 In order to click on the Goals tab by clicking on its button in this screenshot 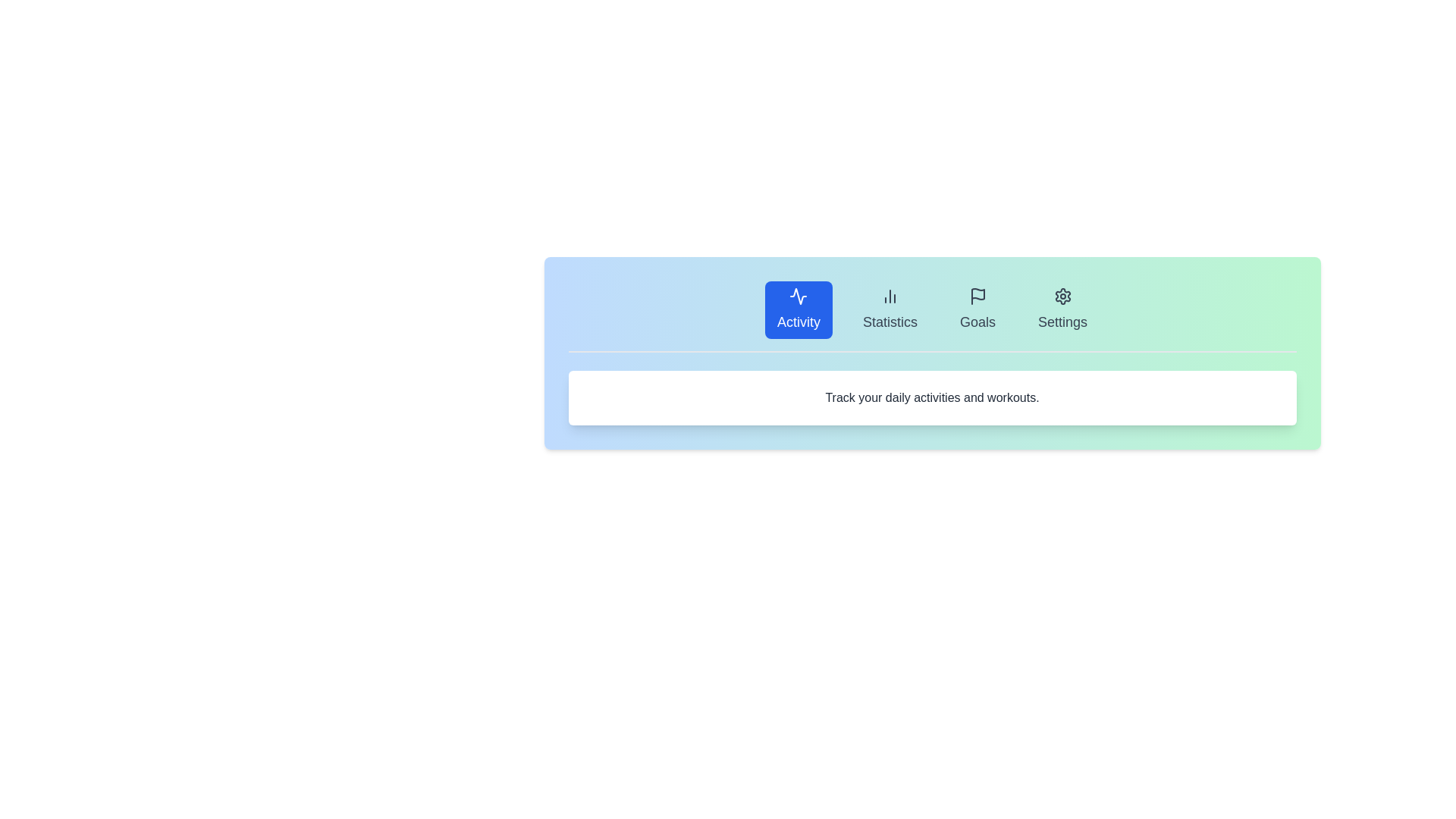, I will do `click(977, 309)`.